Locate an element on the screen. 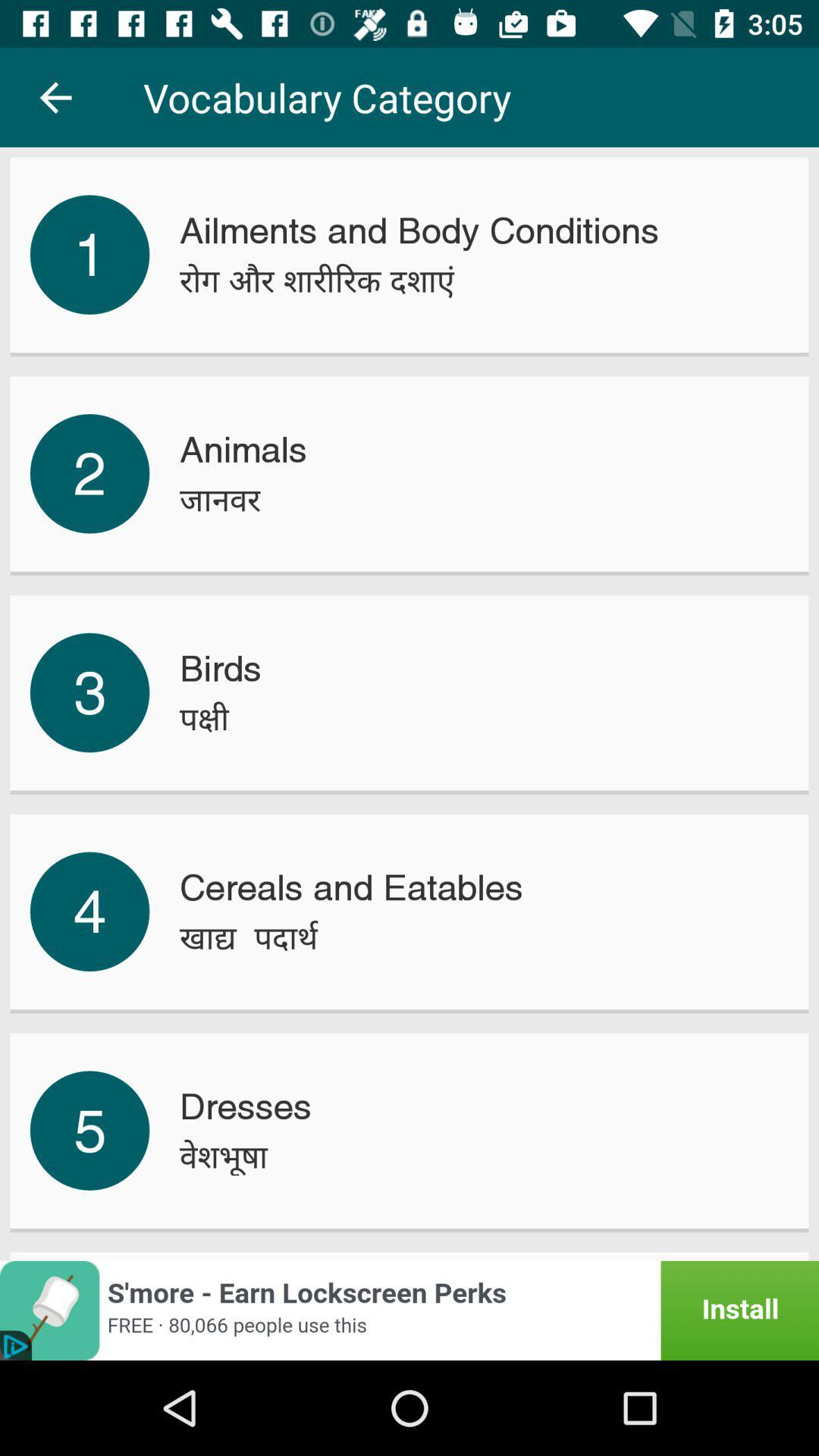 This screenshot has width=819, height=1456. the icon next to the dresses item is located at coordinates (89, 1131).